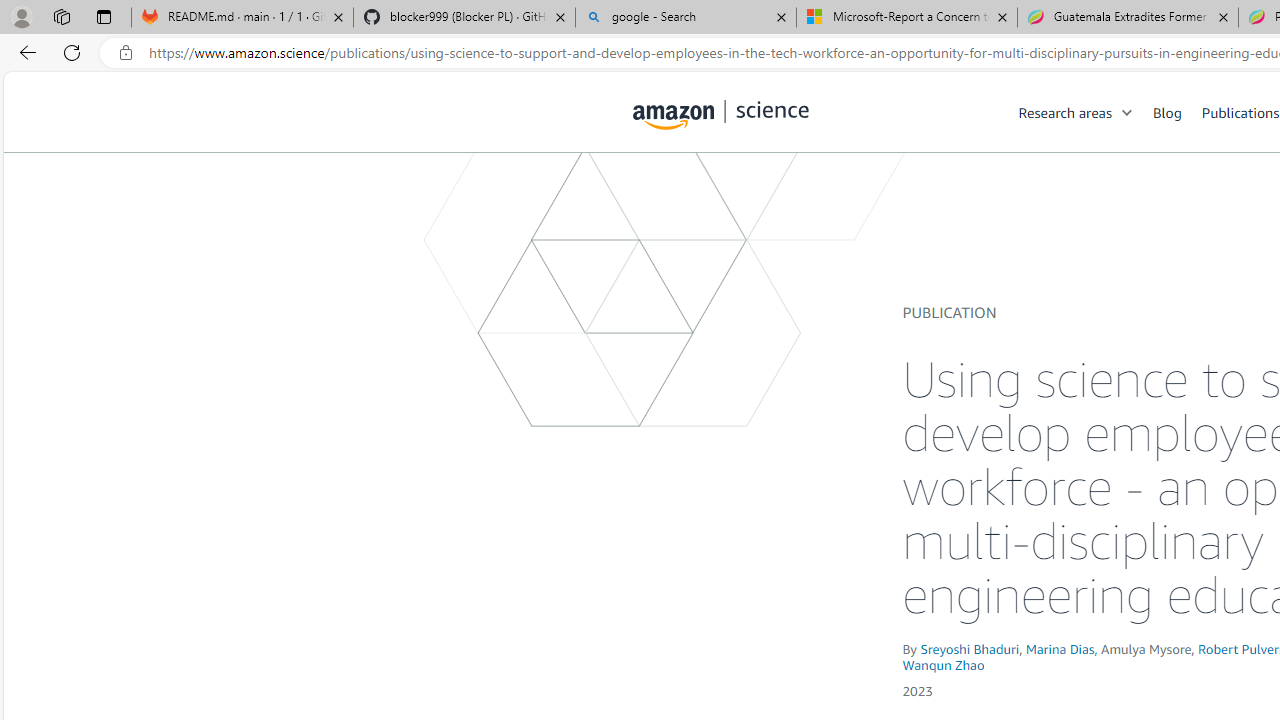  I want to click on 'Research areas', so click(1085, 111).